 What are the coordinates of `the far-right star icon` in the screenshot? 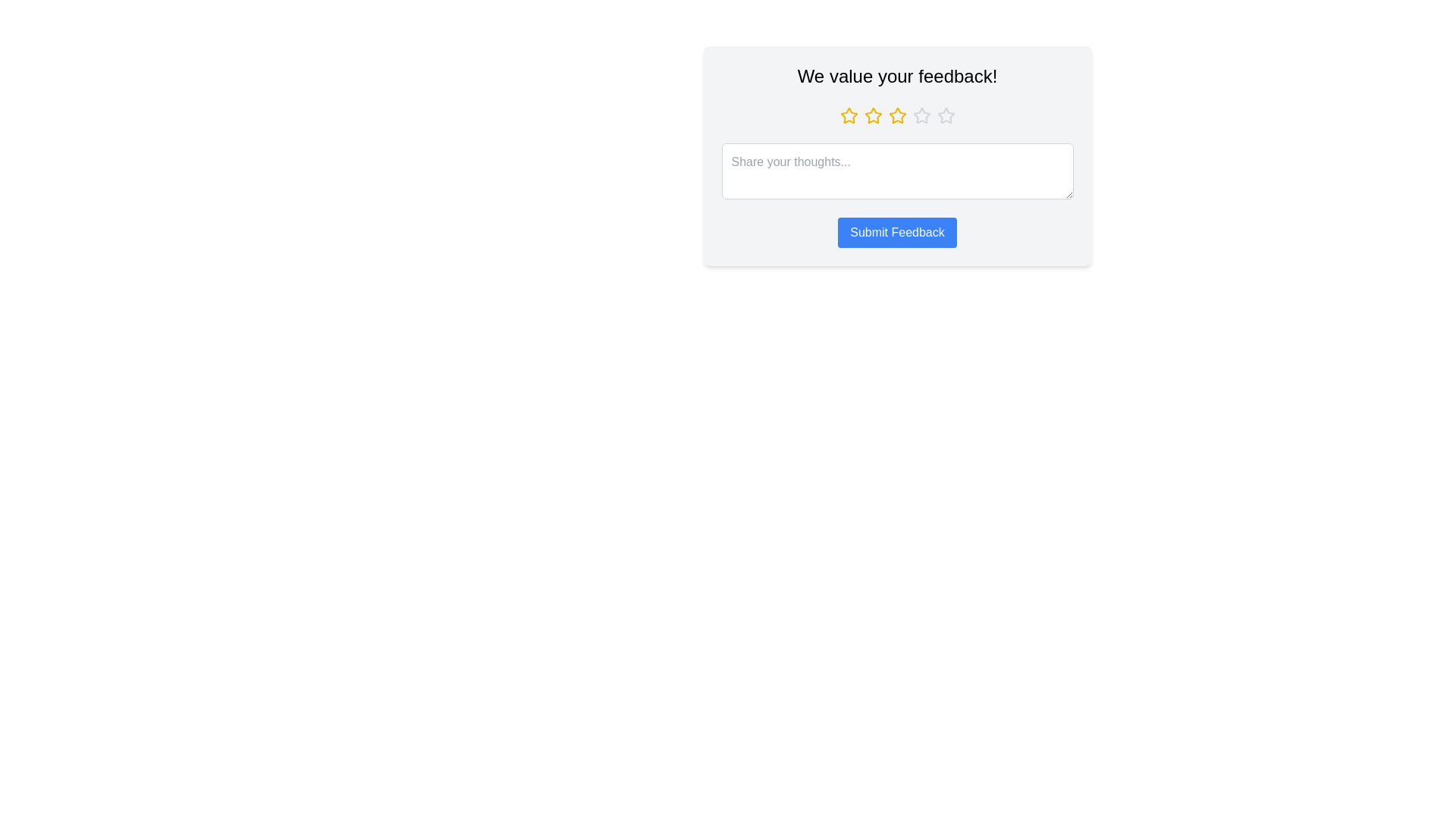 It's located at (945, 115).